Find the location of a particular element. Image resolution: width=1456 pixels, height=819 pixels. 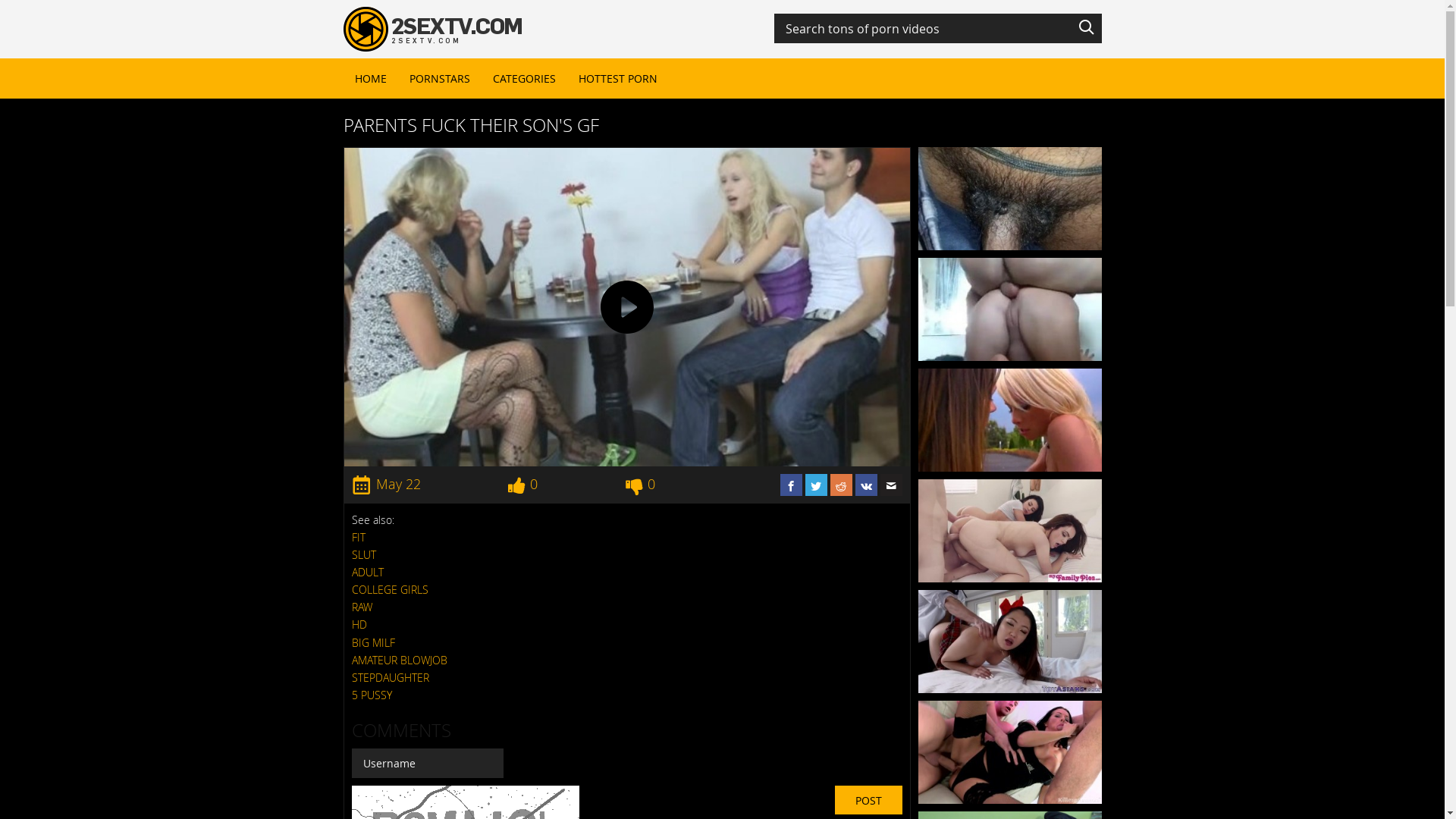

'STEPDAUGHTER' is located at coordinates (390, 676).